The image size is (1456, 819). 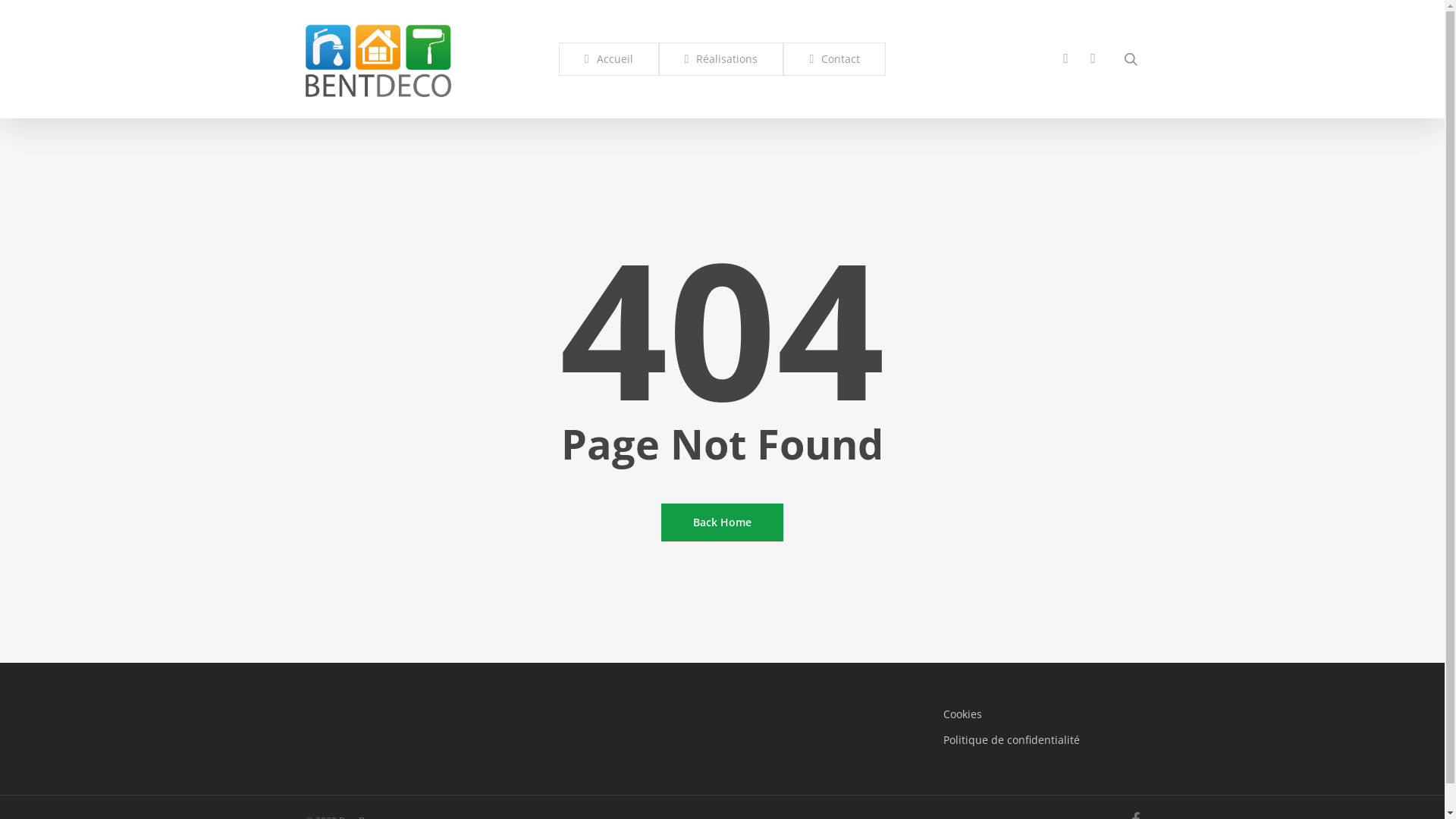 What do you see at coordinates (608, 58) in the screenshot?
I see `'Accueil'` at bounding box center [608, 58].